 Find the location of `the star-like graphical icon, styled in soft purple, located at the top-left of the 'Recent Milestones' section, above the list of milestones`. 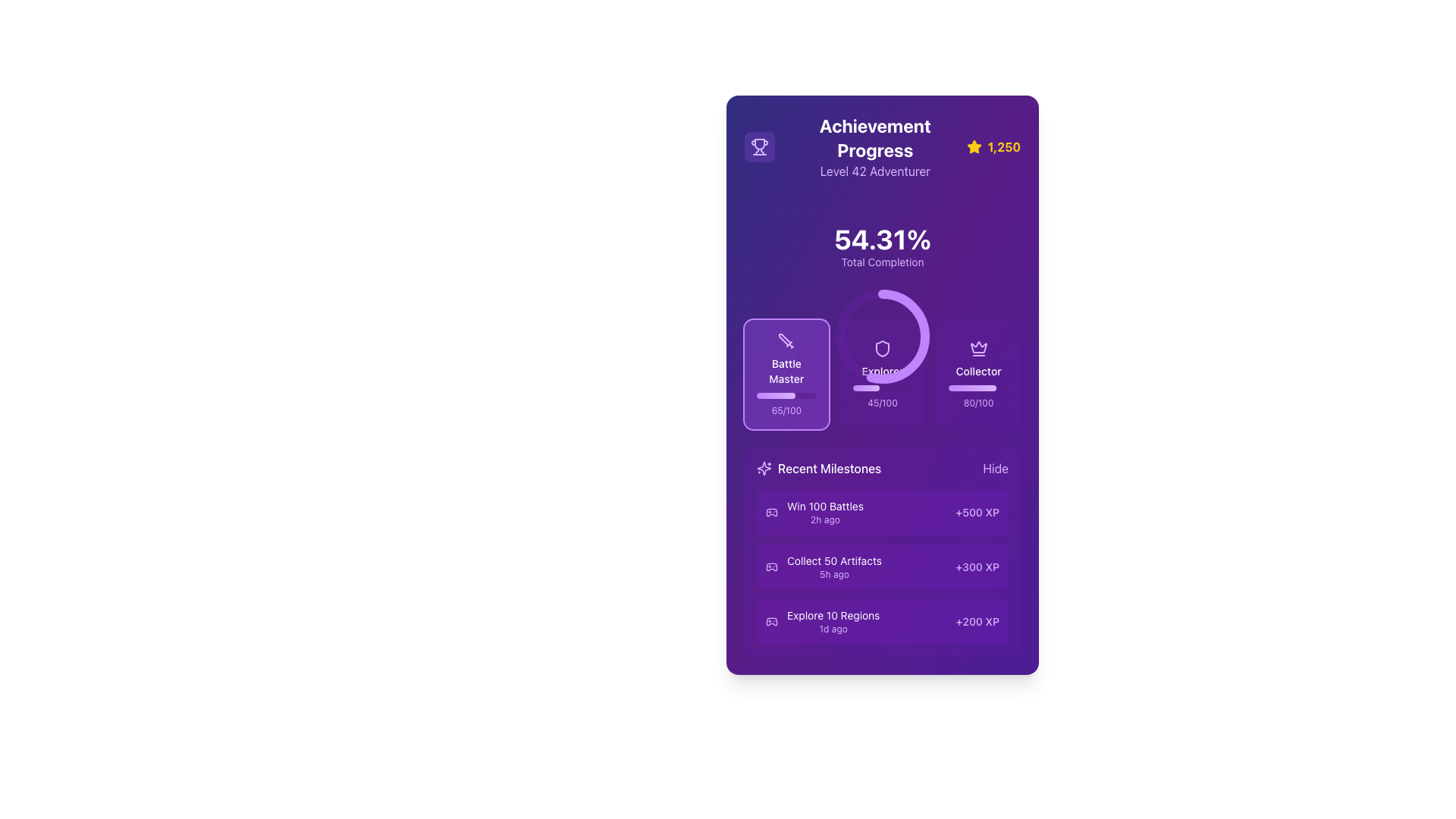

the star-like graphical icon, styled in soft purple, located at the top-left of the 'Recent Milestones' section, above the list of milestones is located at coordinates (764, 467).